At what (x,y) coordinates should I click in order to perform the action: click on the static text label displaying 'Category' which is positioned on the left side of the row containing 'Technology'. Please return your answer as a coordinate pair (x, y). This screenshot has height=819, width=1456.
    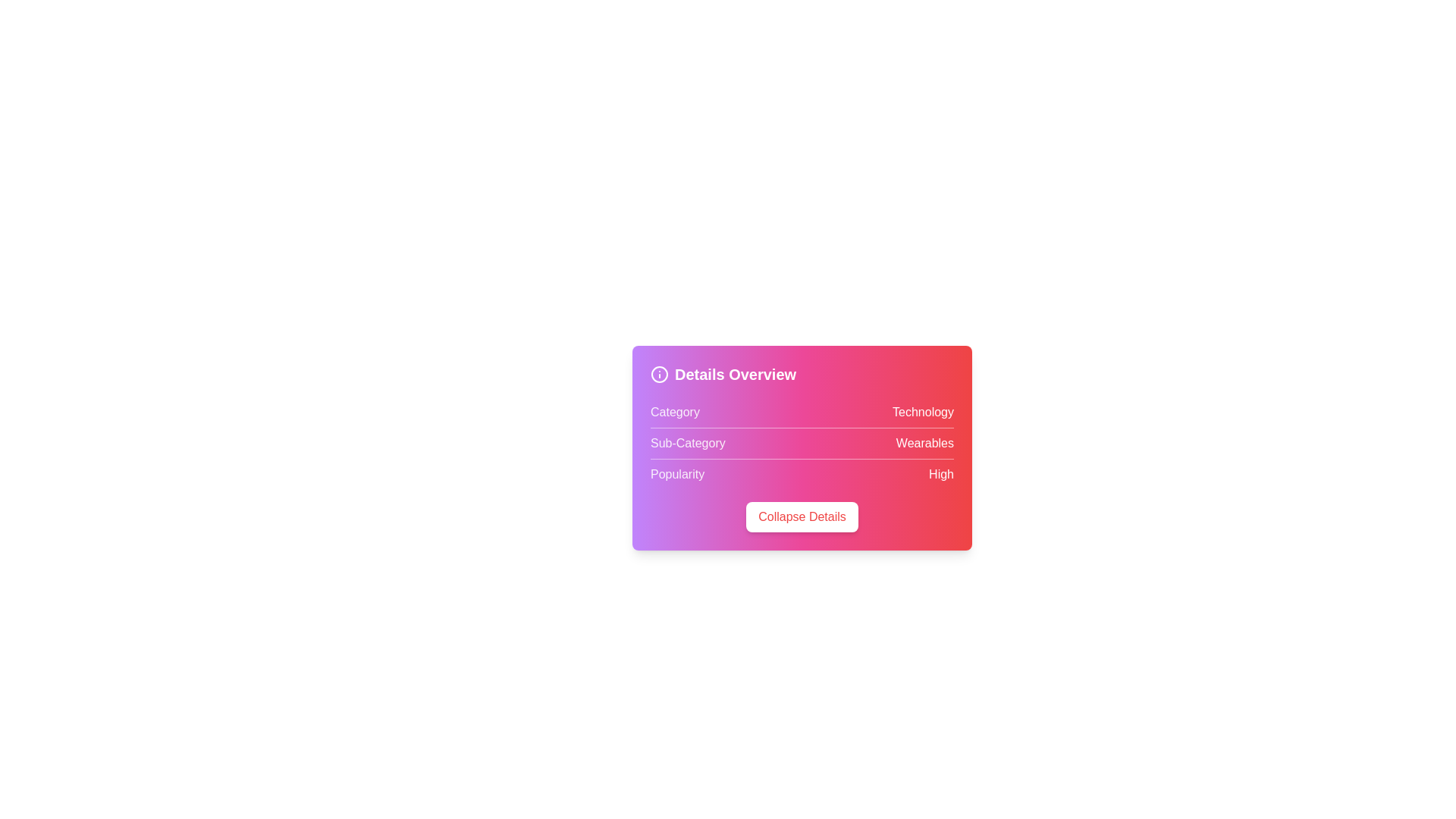
    Looking at the image, I should click on (674, 412).